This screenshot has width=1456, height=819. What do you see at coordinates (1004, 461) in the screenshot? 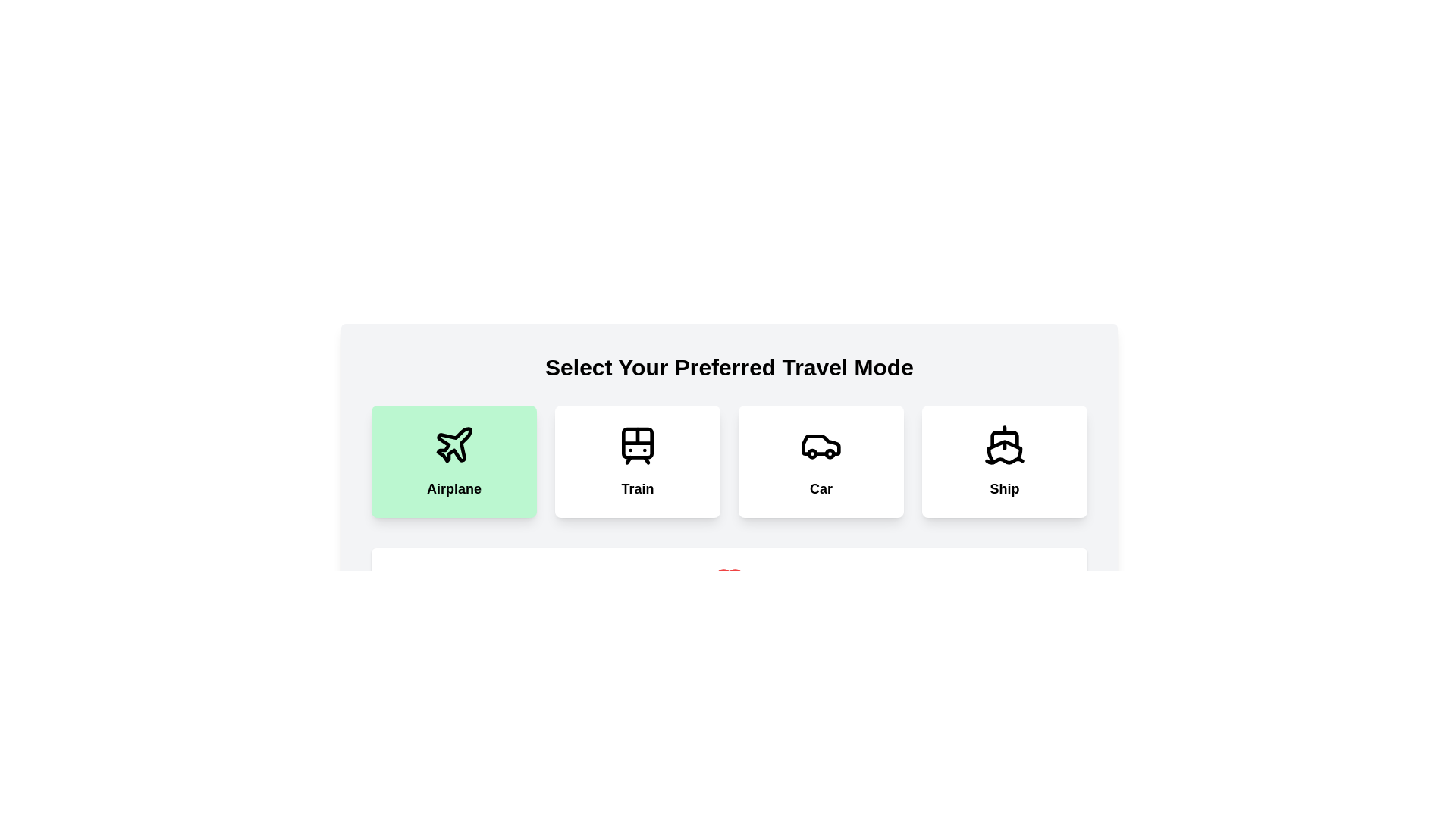
I see `the 'Ship' button, which is the far right option in the horizontal grid layout for selecting travel modes` at bounding box center [1004, 461].